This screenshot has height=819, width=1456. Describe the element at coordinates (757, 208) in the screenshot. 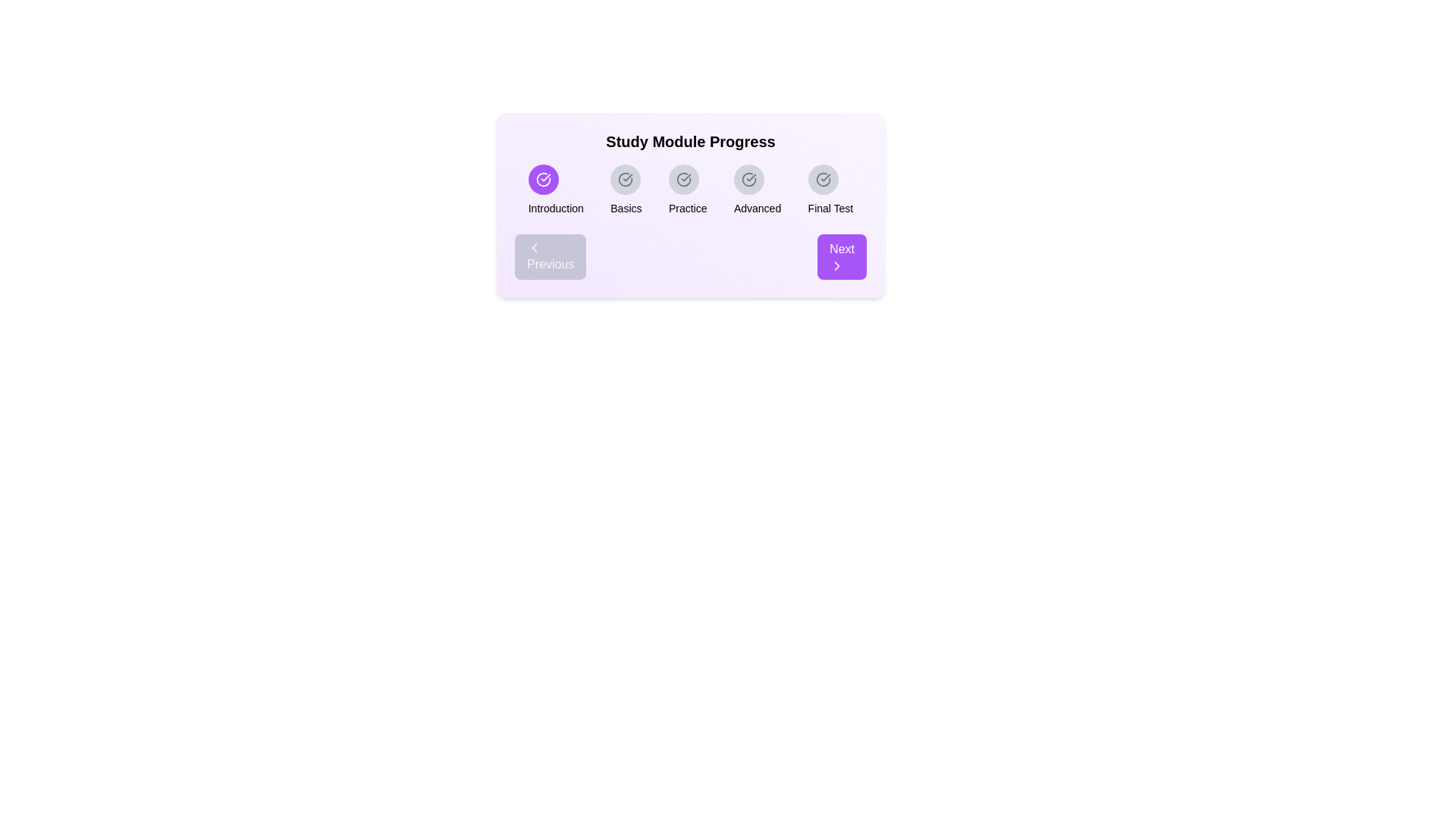

I see `the text label displaying 'Advanced', which is the fourth stage in the 'Study Module Progress' interface, located below a circular icon` at that location.